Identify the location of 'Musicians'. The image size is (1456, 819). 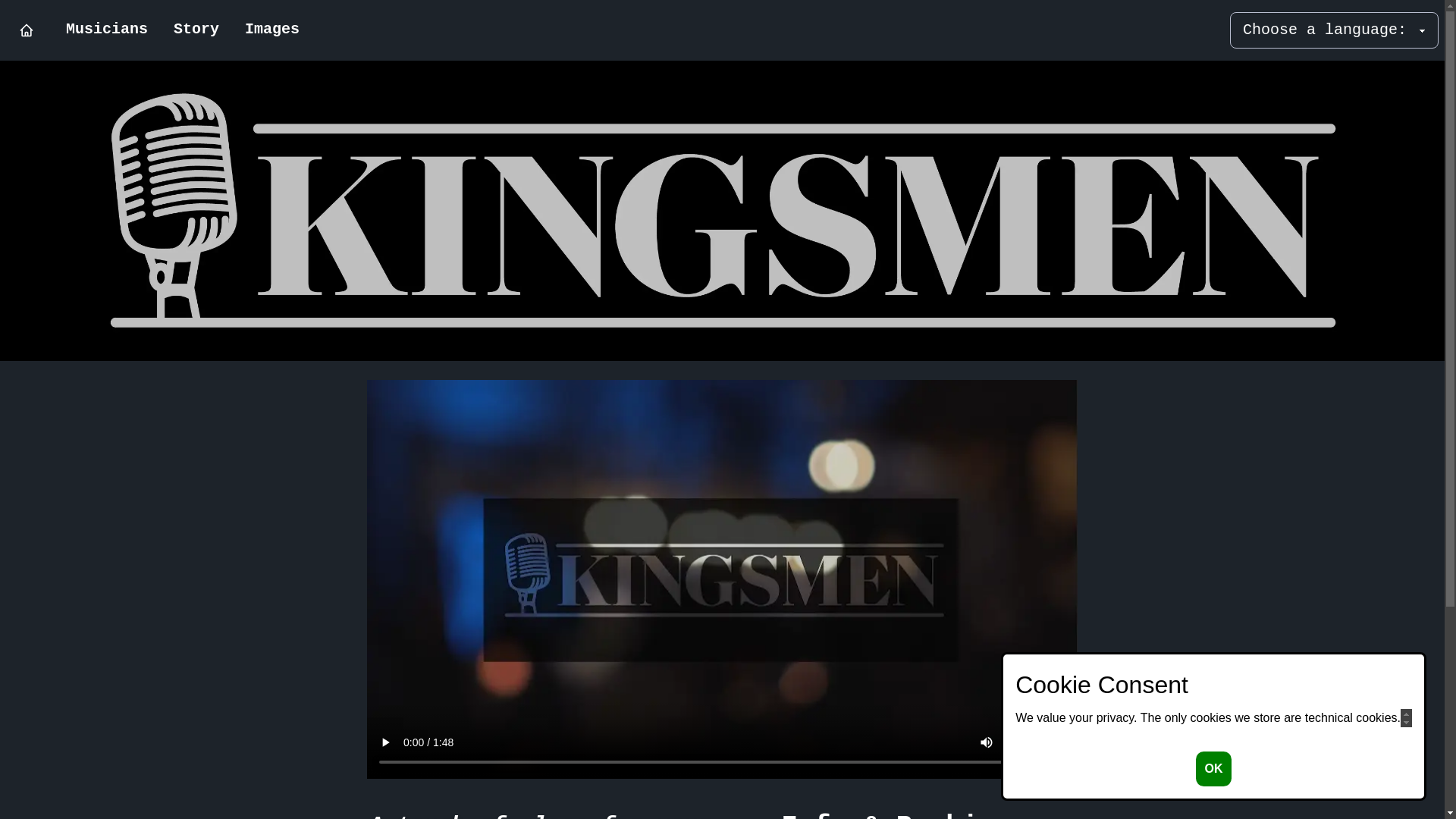
(105, 30).